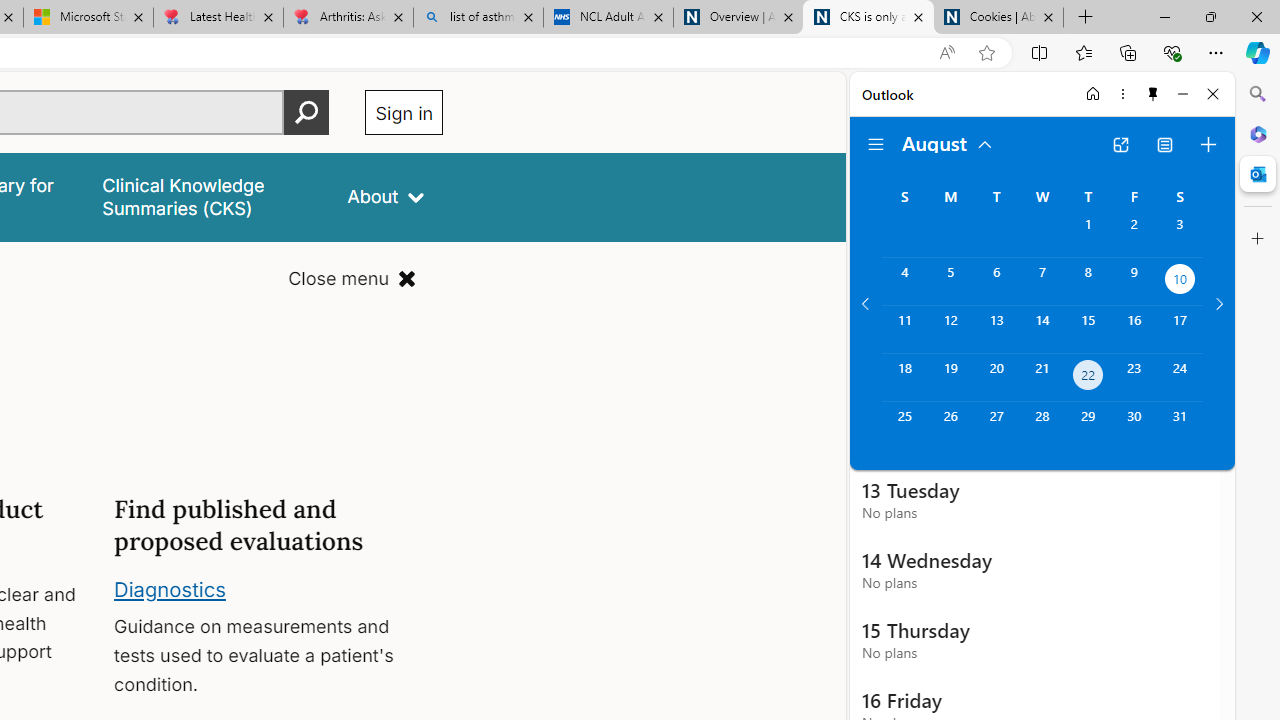  I want to click on 'Friday, August 23, 2024. ', so click(1134, 377).